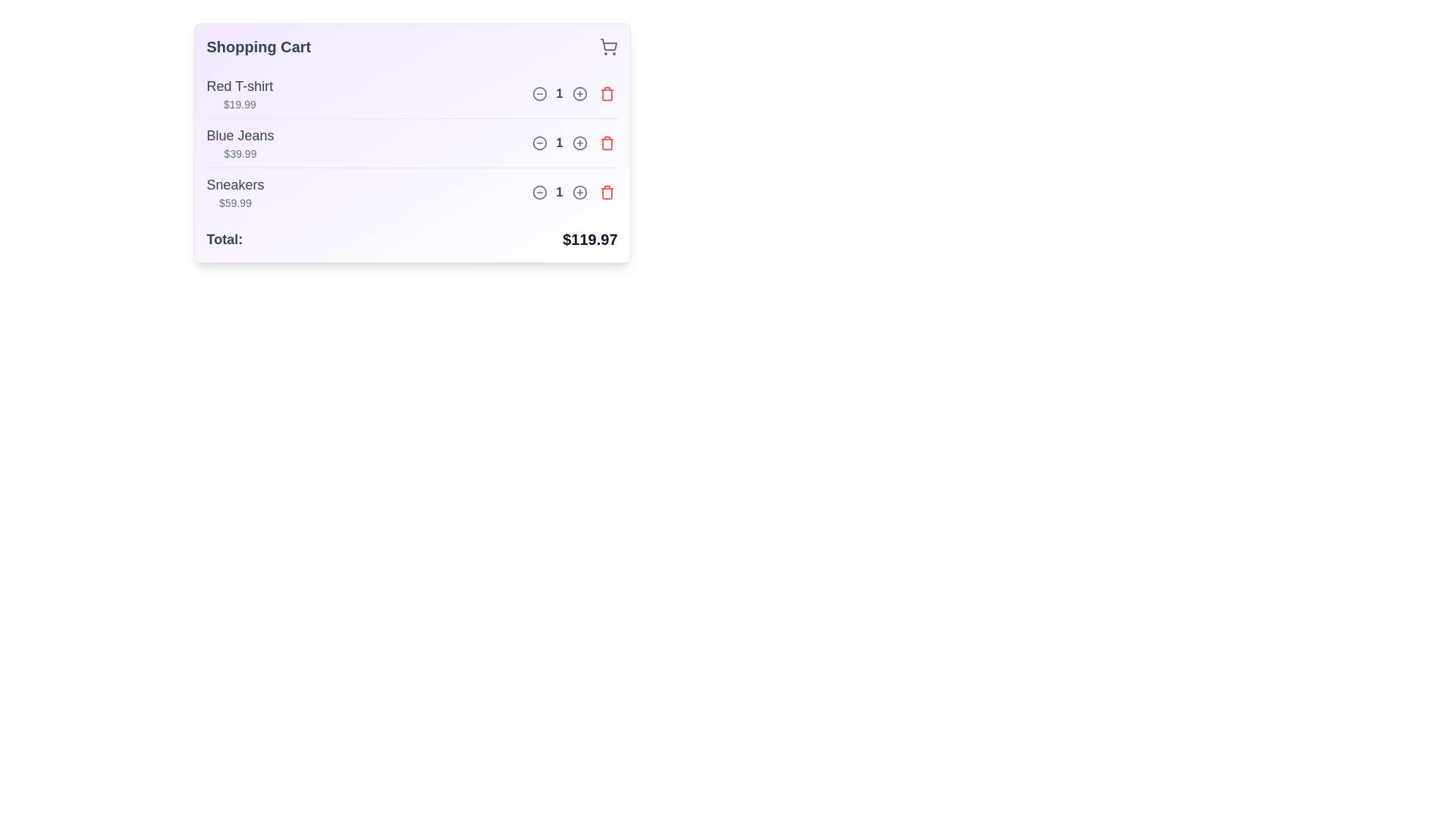 The width and height of the screenshot is (1456, 819). I want to click on price text element located below the 'Red T-shirt' product name in the shopping cart interface, so click(239, 104).